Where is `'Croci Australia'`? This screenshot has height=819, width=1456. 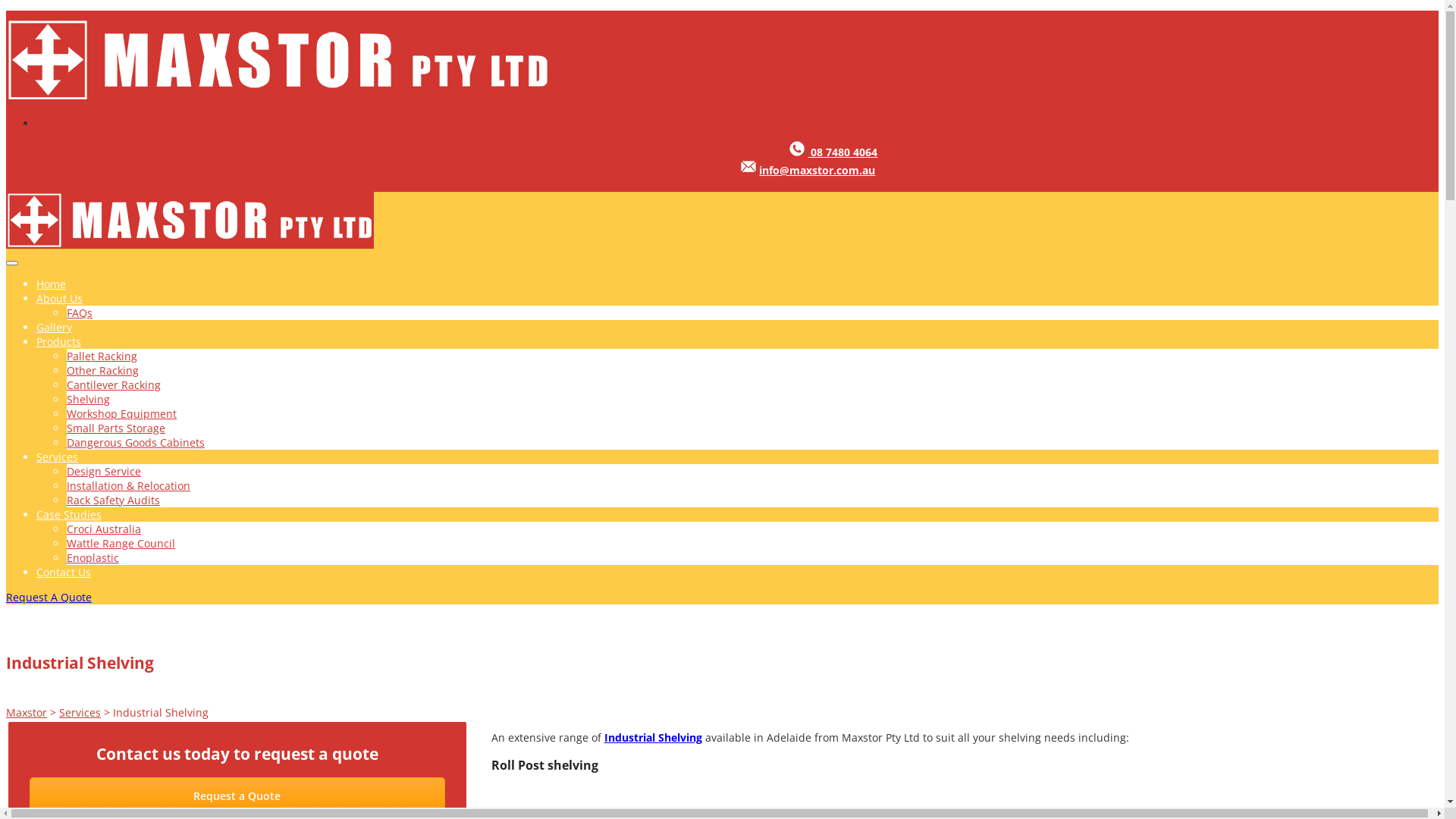
'Croci Australia' is located at coordinates (103, 528).